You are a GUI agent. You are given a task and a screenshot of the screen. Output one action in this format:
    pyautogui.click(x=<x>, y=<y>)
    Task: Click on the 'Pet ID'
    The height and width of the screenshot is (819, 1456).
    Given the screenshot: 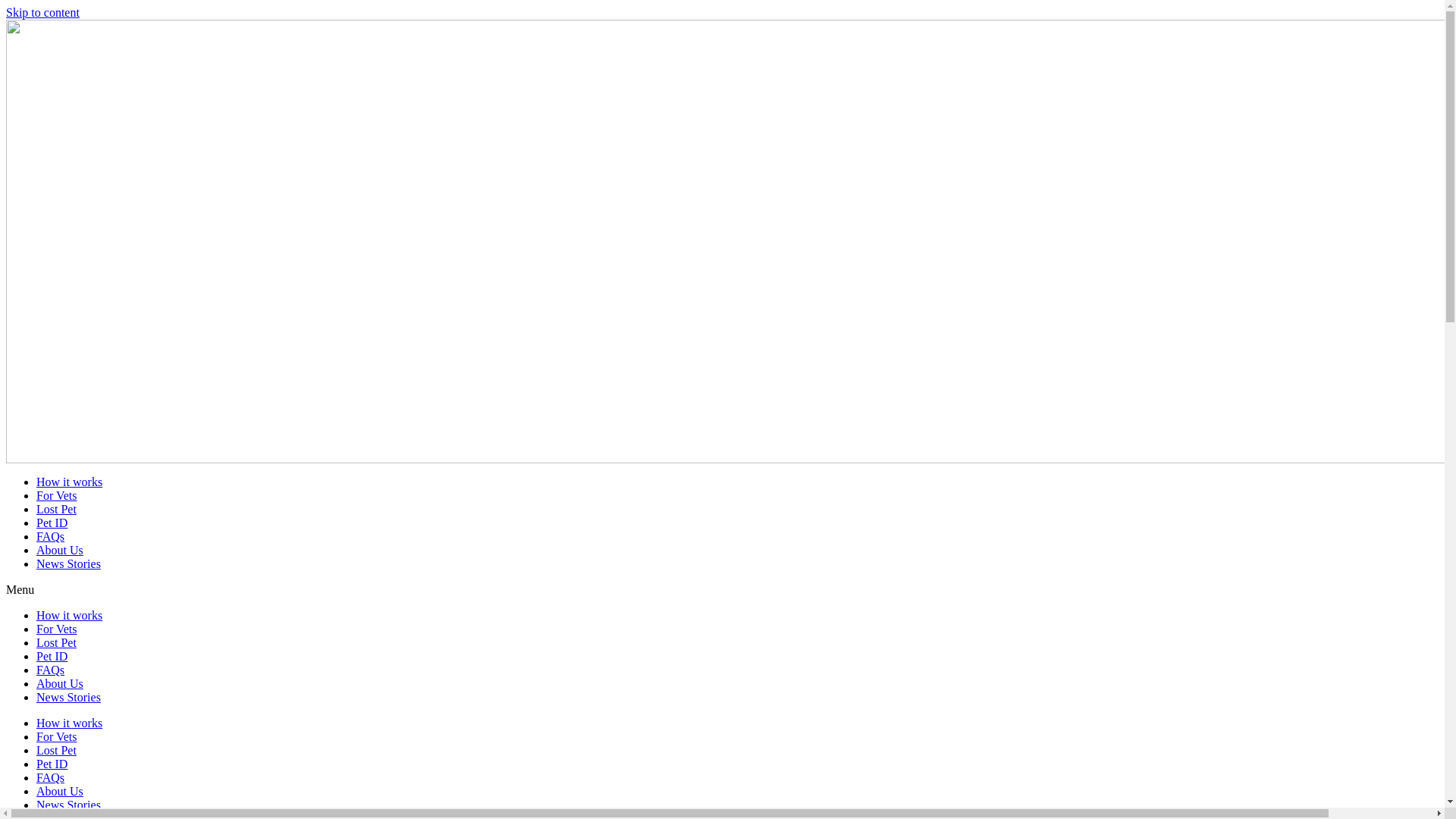 What is the action you would take?
    pyautogui.click(x=36, y=764)
    